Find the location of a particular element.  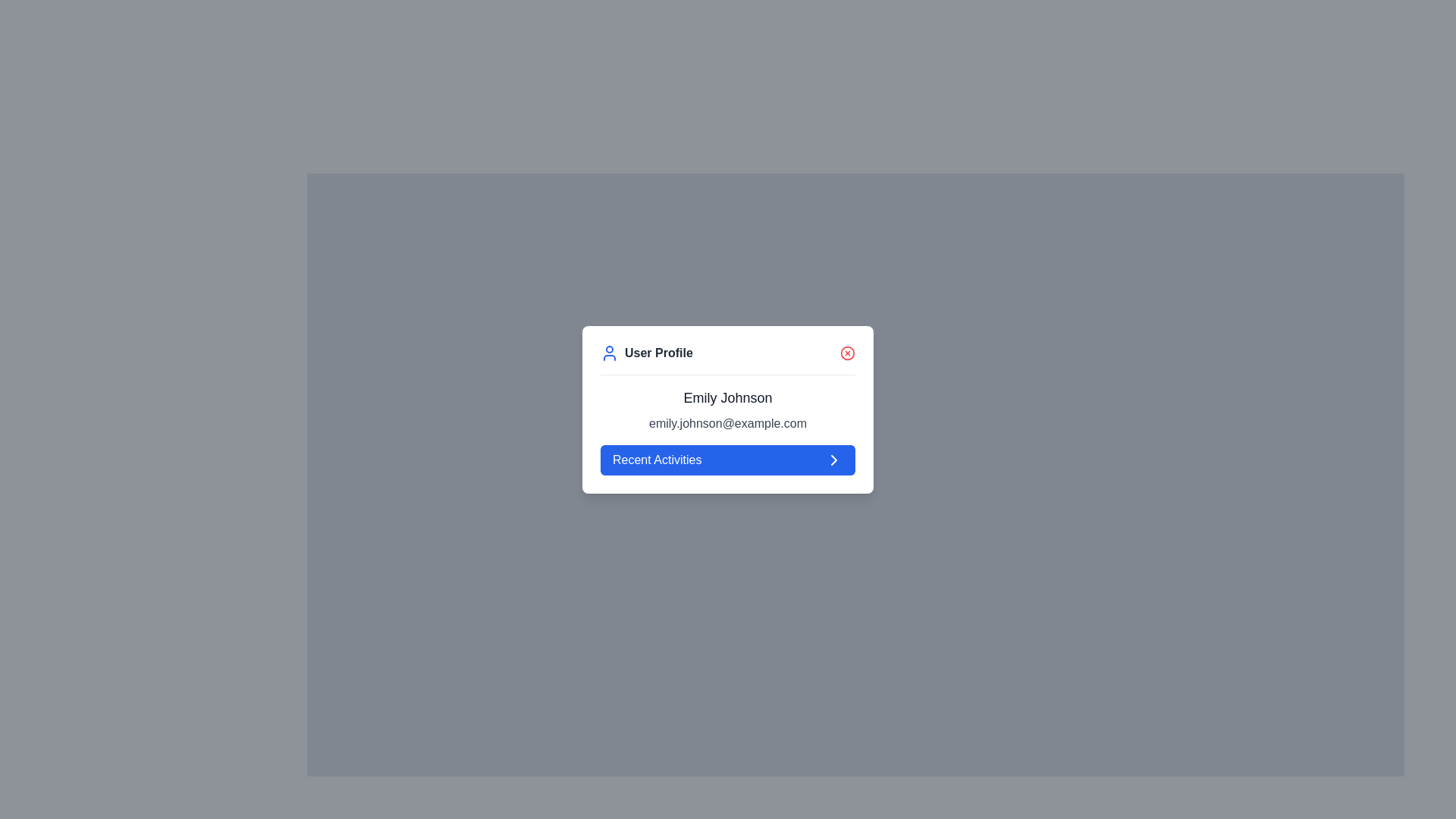

the red circular icon button with a cross, located next to the 'User Profile' heading is located at coordinates (847, 353).